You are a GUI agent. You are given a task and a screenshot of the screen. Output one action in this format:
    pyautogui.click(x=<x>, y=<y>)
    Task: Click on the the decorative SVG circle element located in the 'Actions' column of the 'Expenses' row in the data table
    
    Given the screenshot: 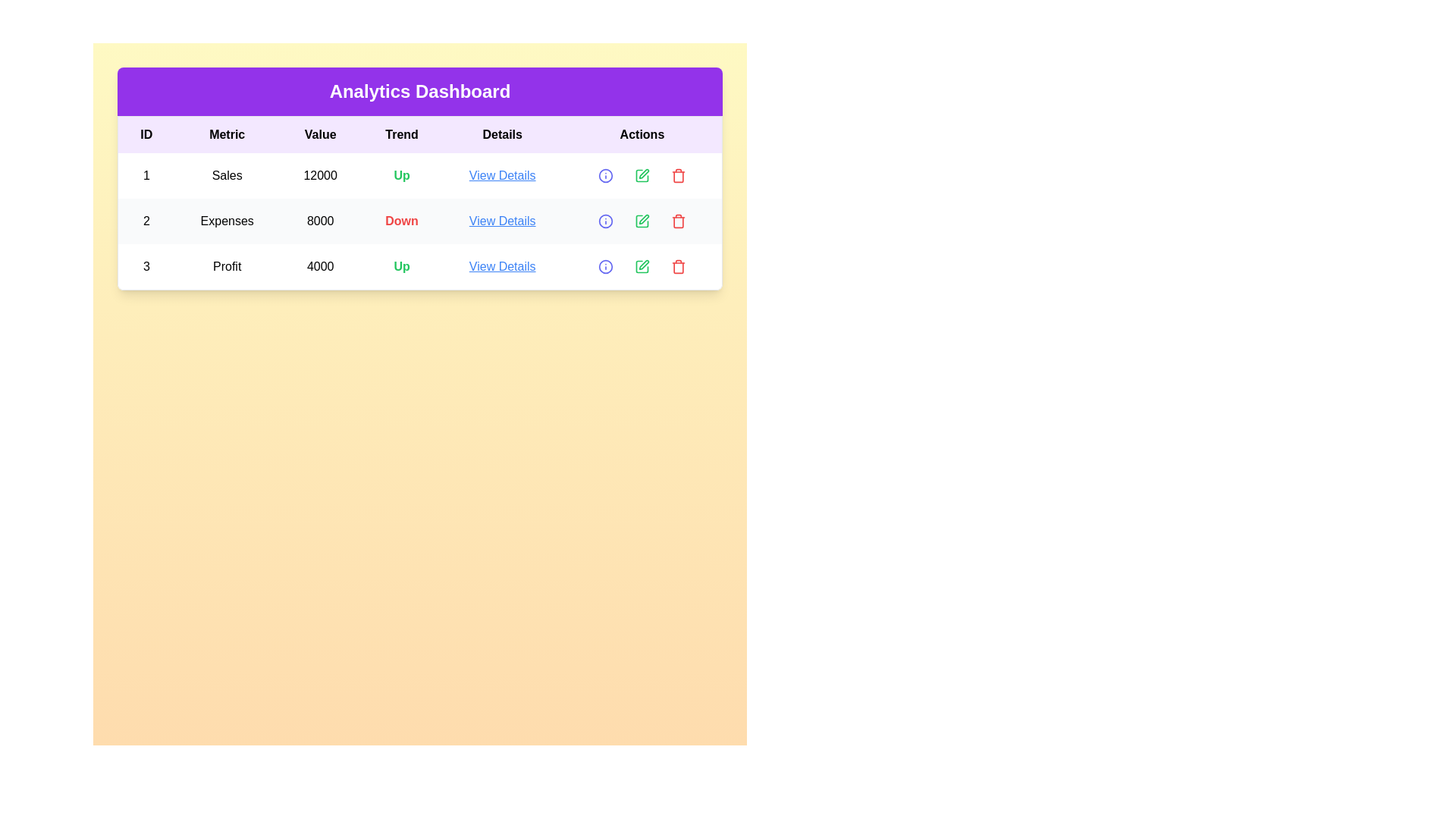 What is the action you would take?
    pyautogui.click(x=604, y=221)
    